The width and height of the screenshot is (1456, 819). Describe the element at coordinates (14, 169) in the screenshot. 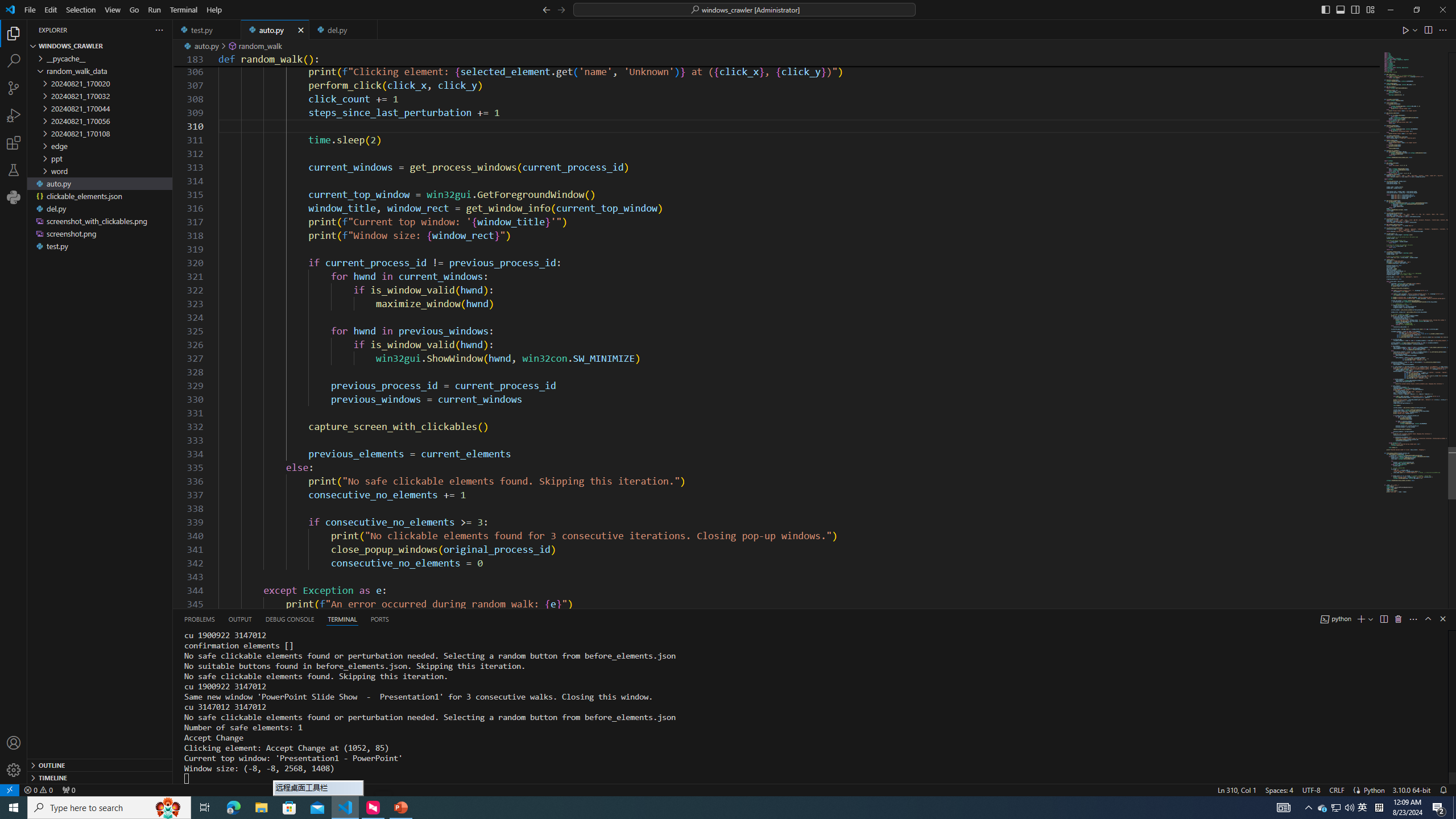

I see `'Testing'` at that location.